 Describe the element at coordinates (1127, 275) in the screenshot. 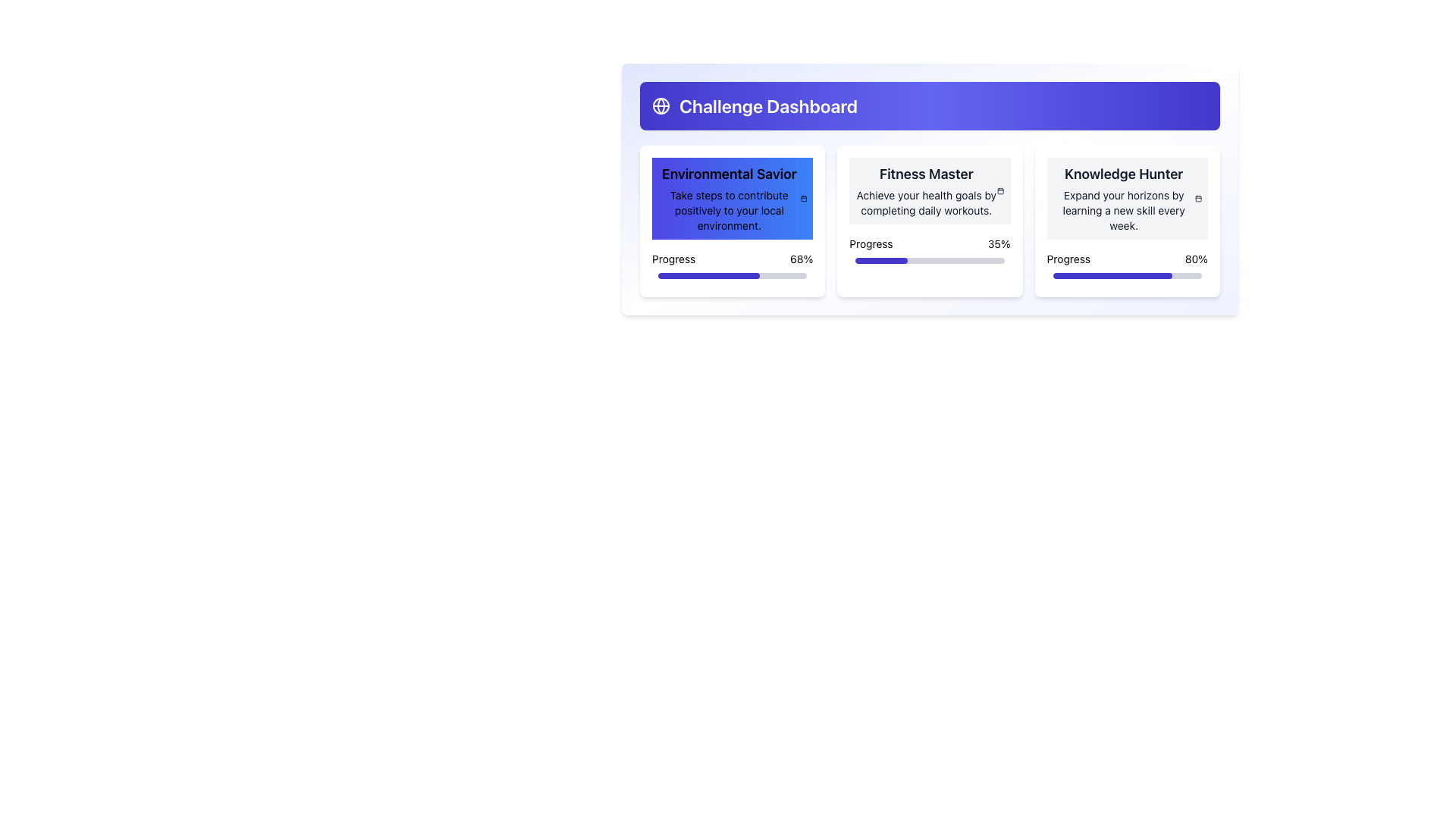

I see `the progress bar located in the 'Knowledge Hunter' section beneath the 'Progress' label, which shows an 80% completion level` at that location.